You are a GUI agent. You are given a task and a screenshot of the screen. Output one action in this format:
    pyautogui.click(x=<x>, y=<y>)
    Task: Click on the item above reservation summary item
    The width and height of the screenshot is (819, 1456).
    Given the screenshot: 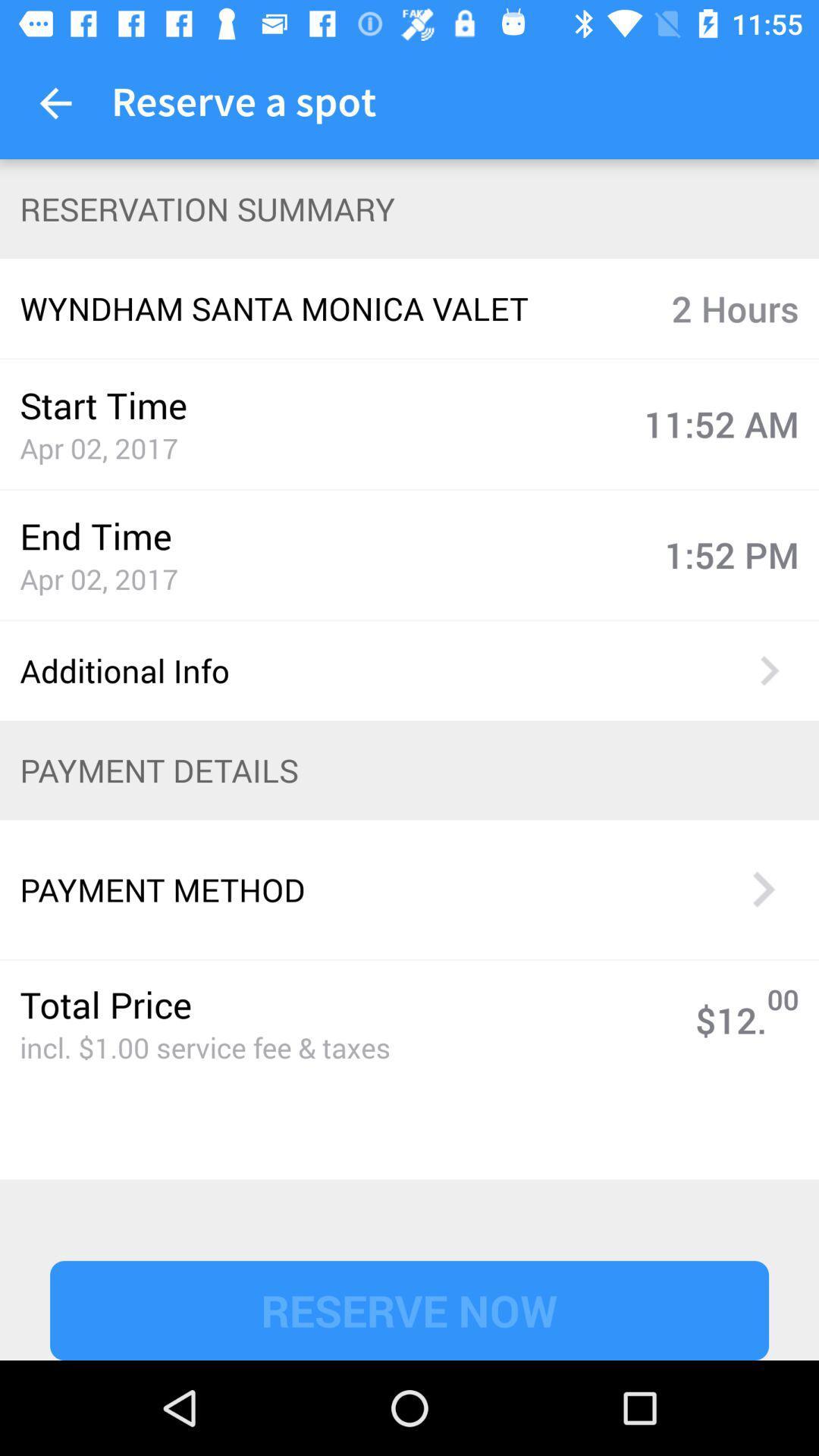 What is the action you would take?
    pyautogui.click(x=55, y=102)
    